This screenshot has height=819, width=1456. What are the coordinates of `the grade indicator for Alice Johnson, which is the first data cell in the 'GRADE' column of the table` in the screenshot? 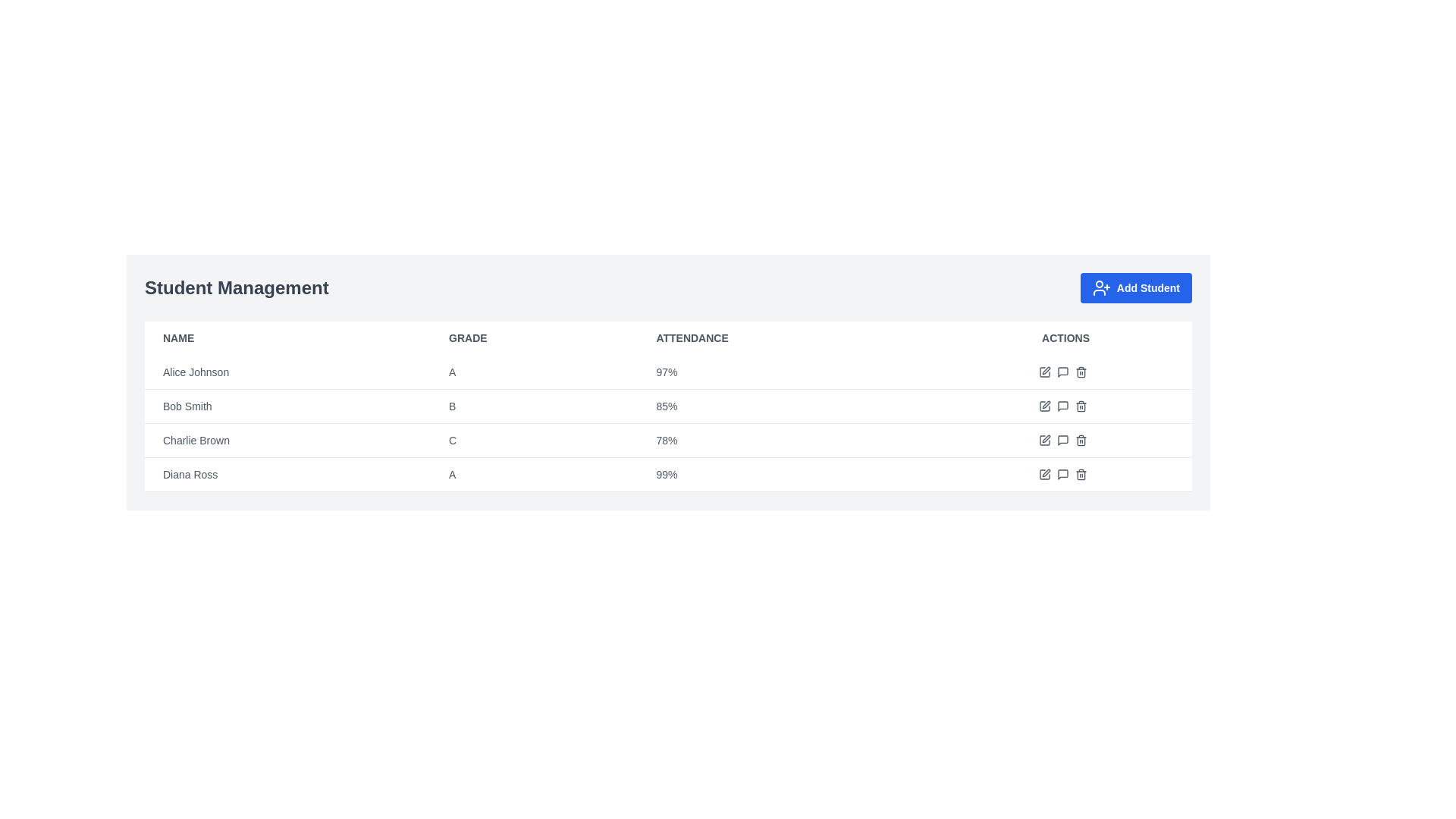 It's located at (534, 372).